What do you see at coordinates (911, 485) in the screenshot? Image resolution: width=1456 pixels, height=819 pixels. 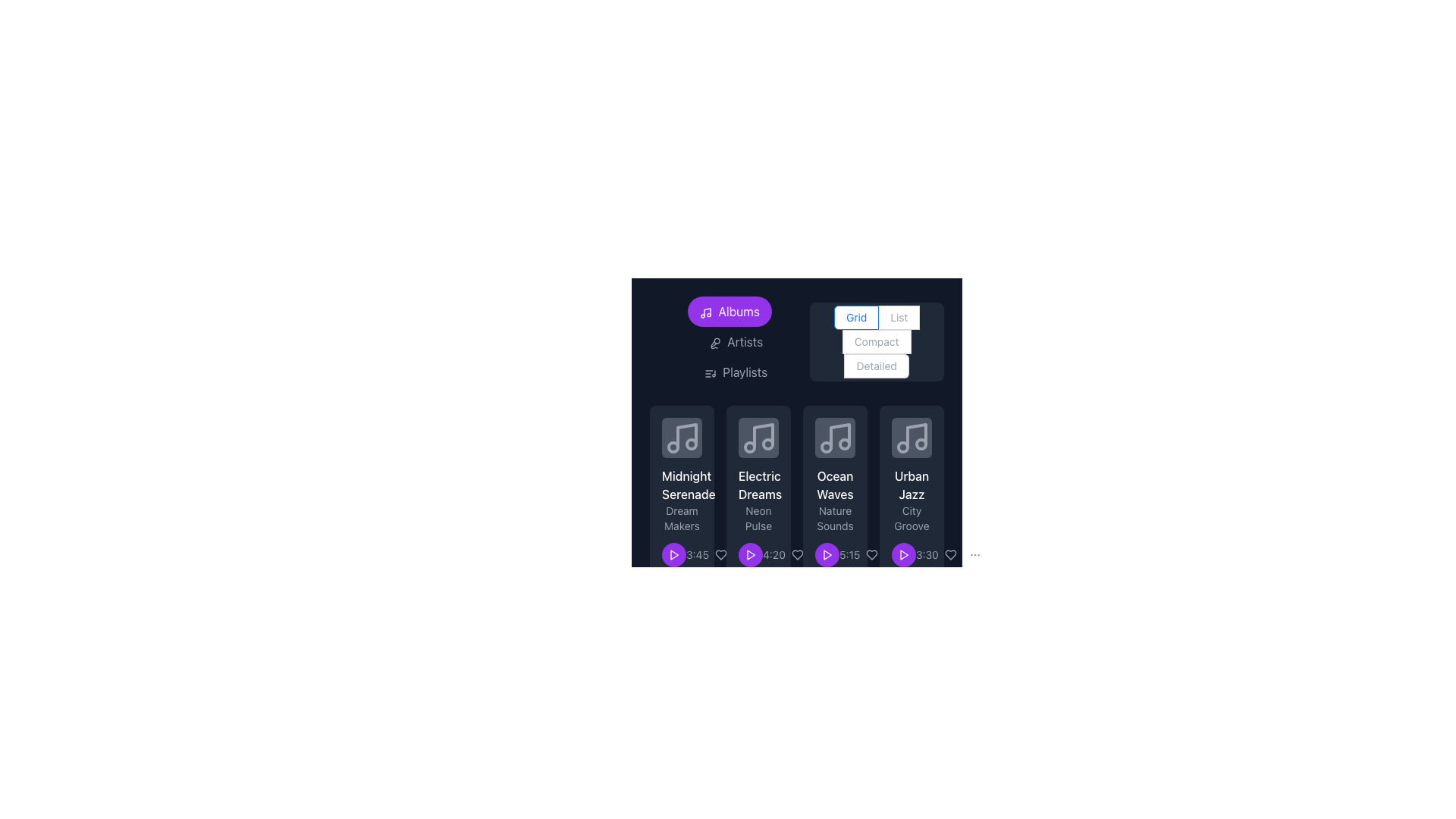 I see `static text label that says 'Urban Jazz', which is displayed in white color with a medium-weight font located in the fourth card of music listings` at bounding box center [911, 485].